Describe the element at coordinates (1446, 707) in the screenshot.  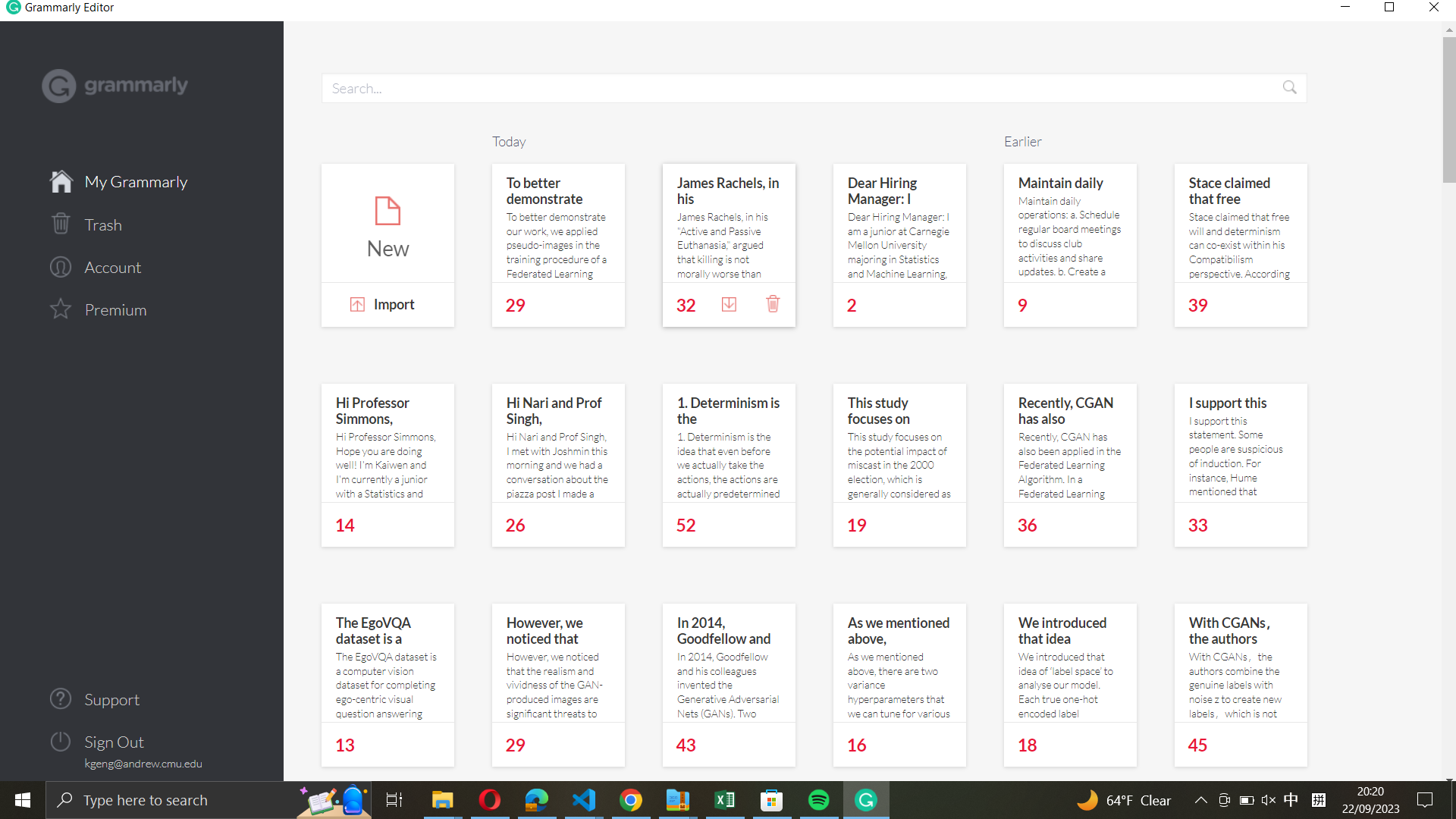
I see `Move to the bottom of the webpage` at that location.